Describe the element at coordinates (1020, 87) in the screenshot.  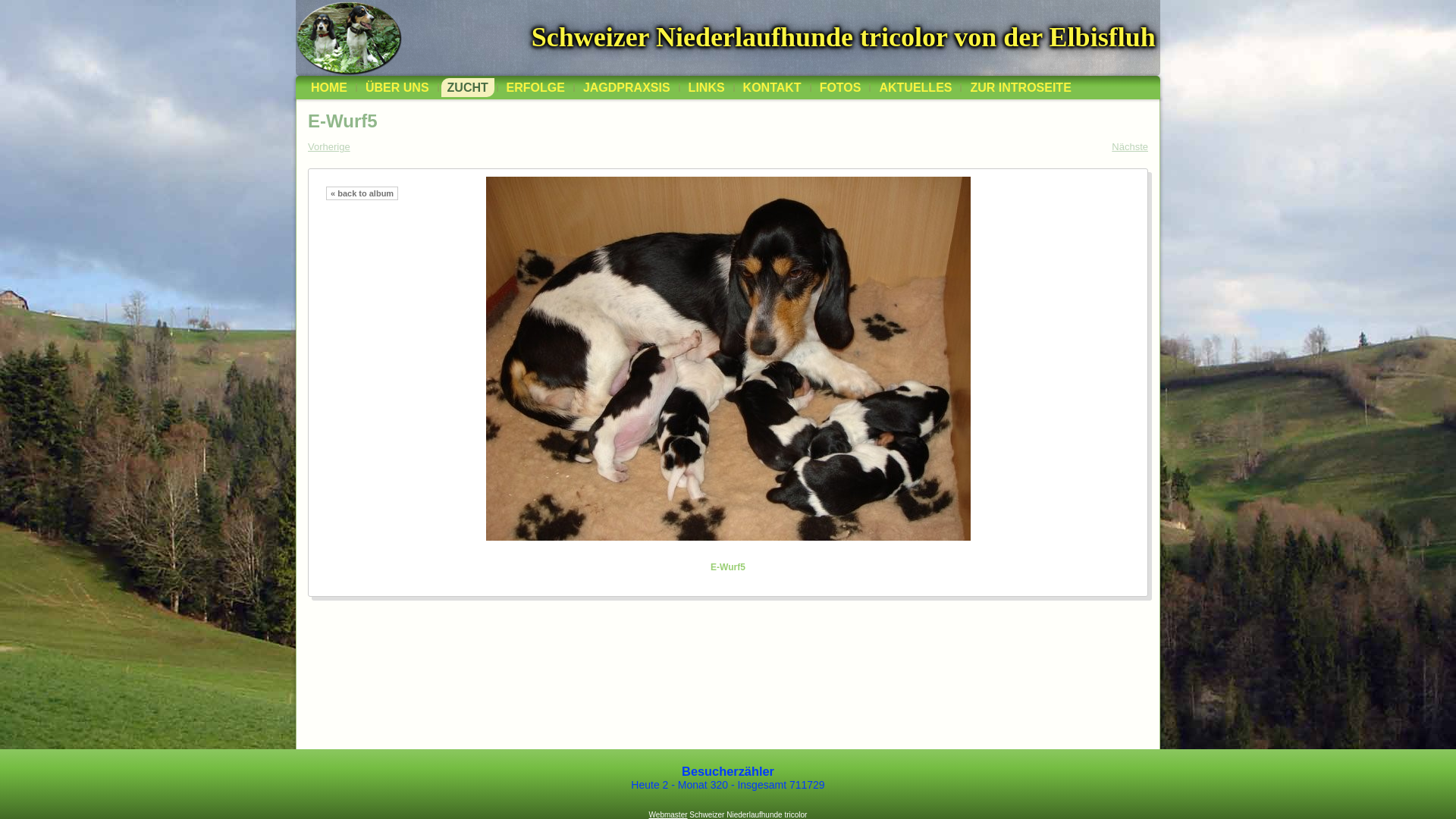
I see `'ZUR INTROSEITE'` at that location.